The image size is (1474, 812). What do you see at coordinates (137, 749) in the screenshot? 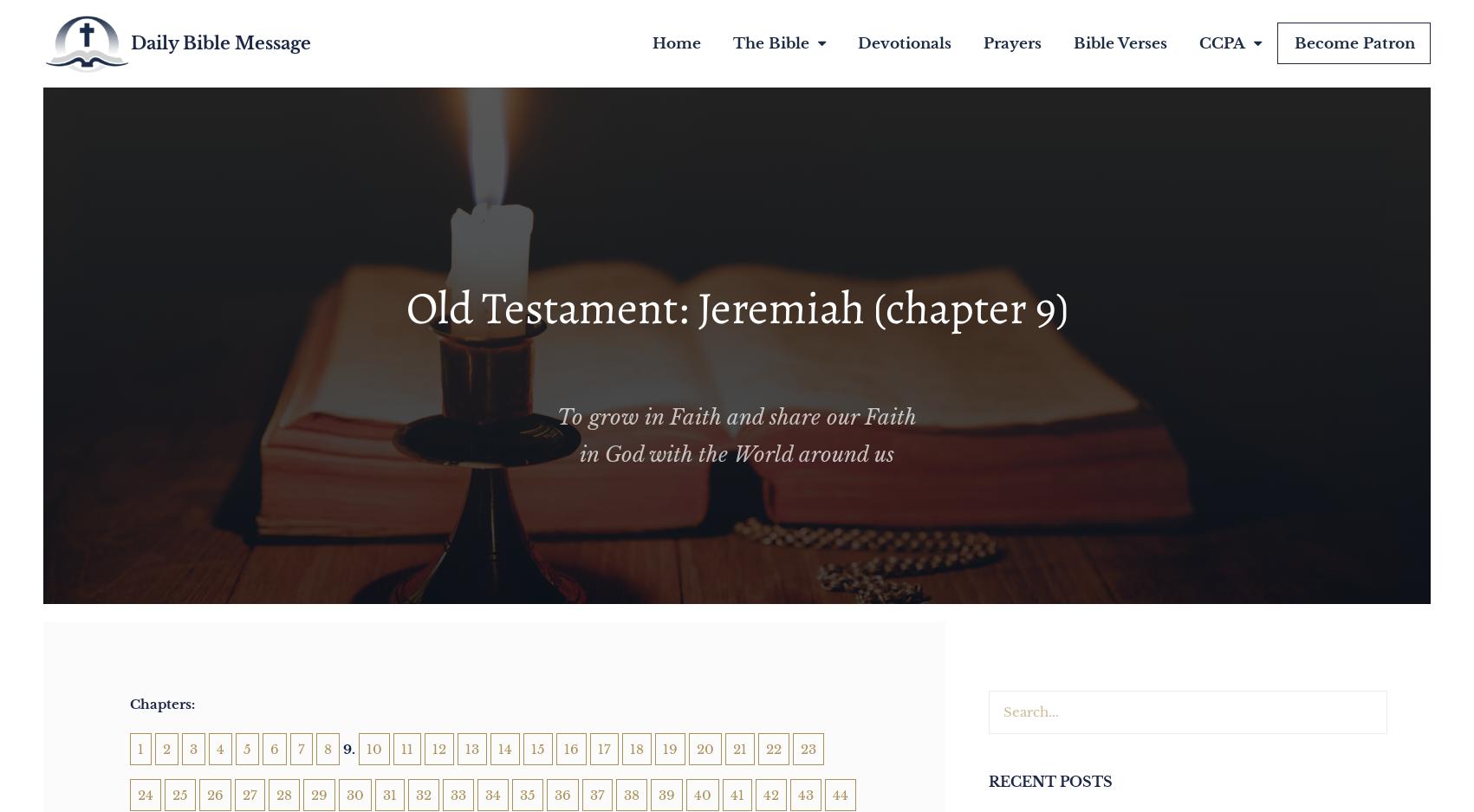
I see `'1'` at bounding box center [137, 749].